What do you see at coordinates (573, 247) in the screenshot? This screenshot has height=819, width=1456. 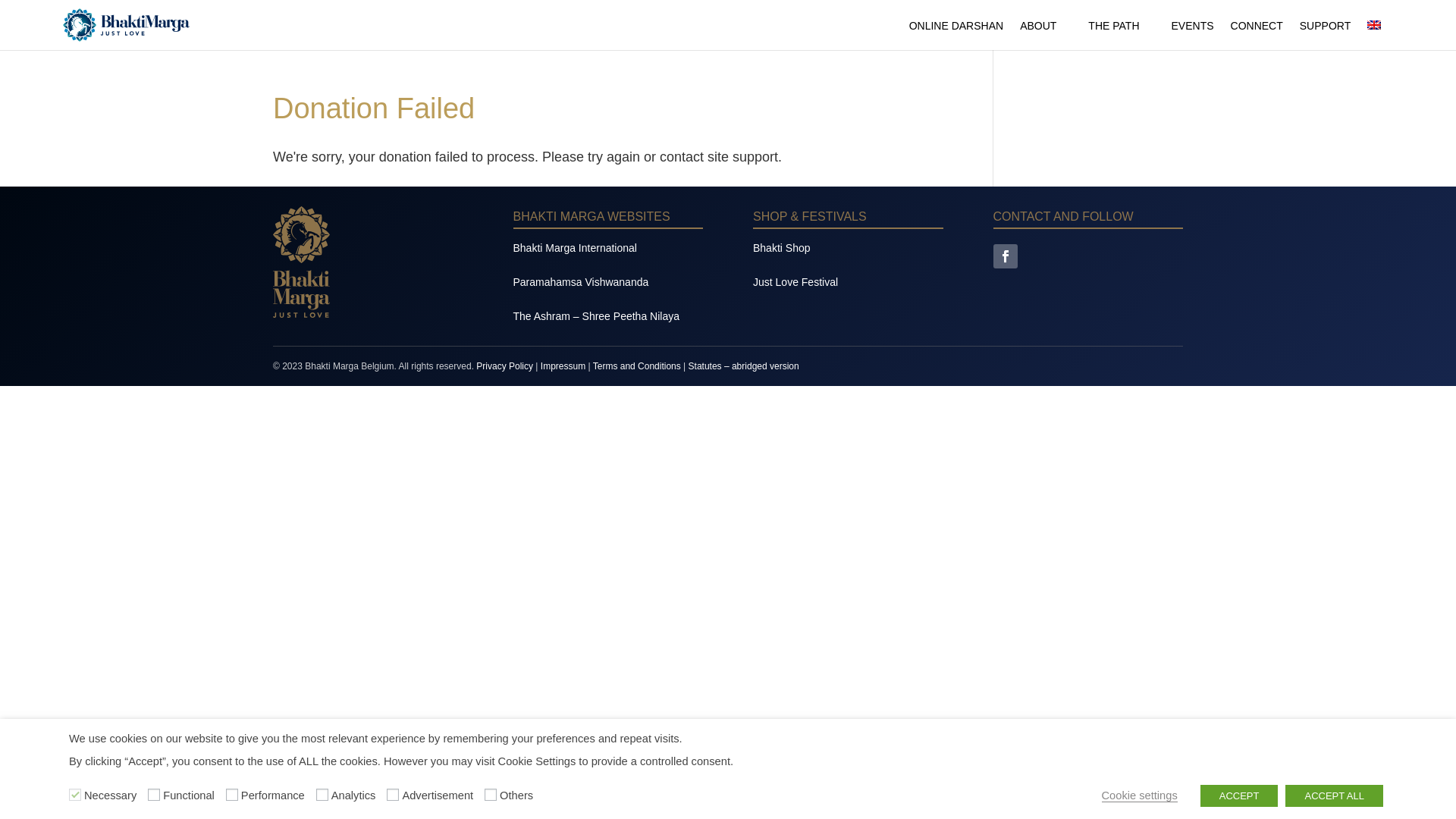 I see `'Bhakti Marga International'` at bounding box center [573, 247].